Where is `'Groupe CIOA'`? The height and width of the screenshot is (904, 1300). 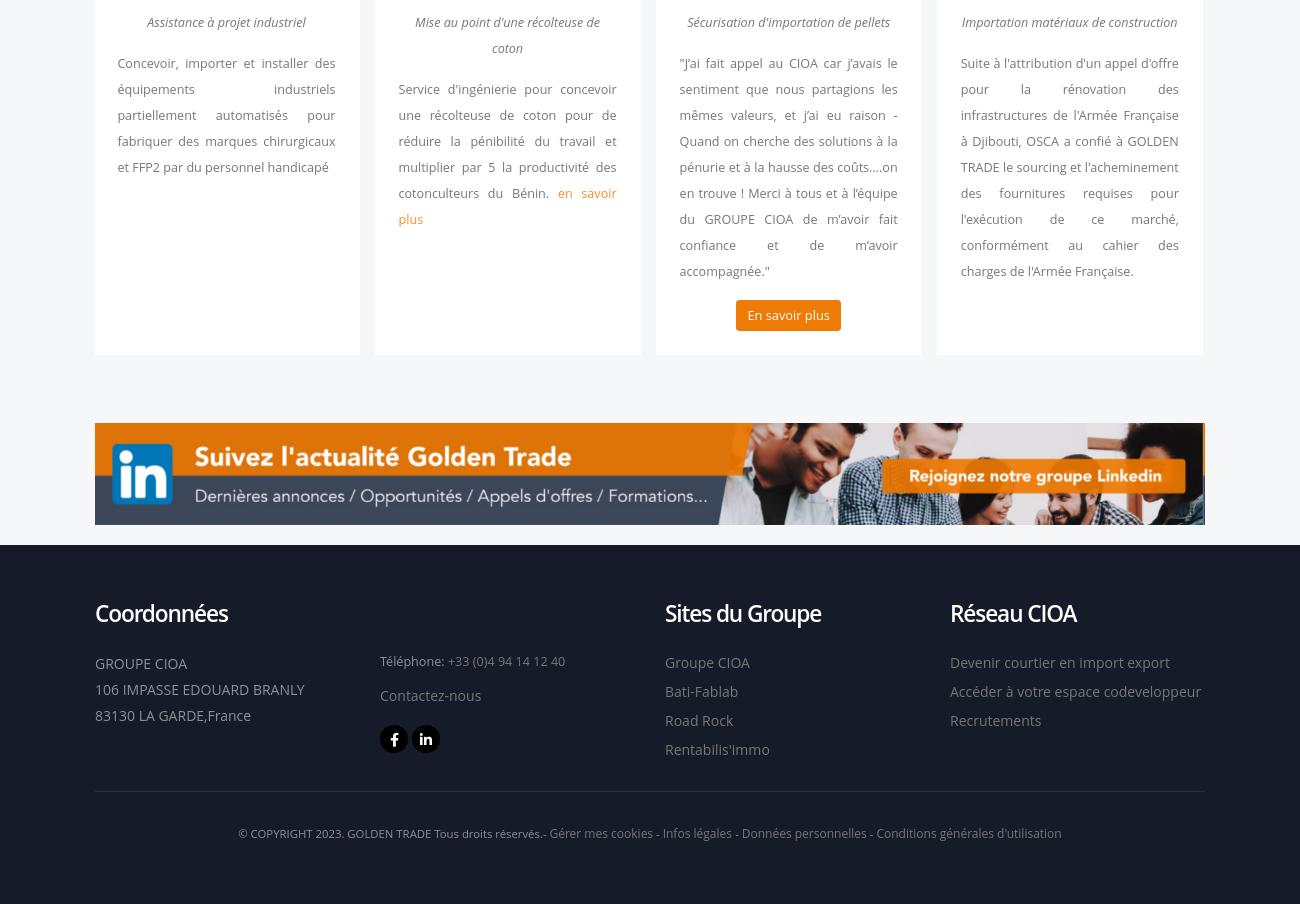
'Groupe CIOA' is located at coordinates (706, 661).